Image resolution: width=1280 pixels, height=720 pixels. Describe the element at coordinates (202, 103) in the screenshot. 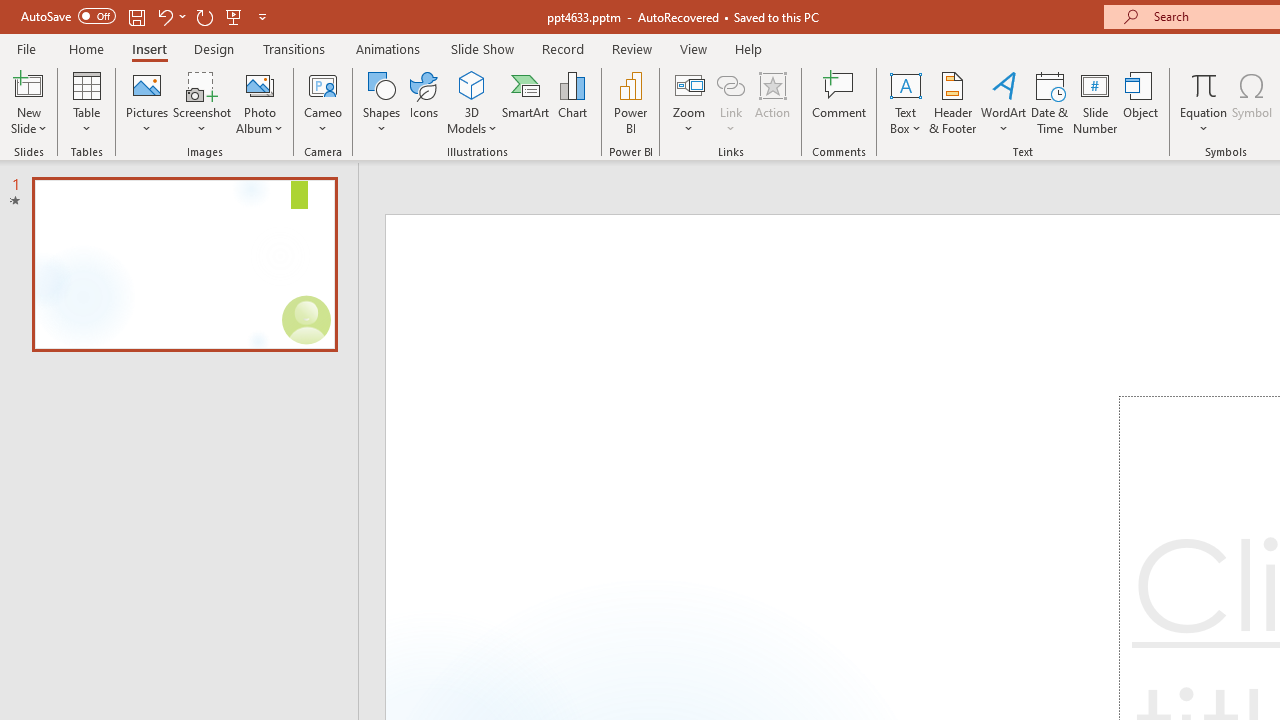

I see `'Screenshot'` at that location.